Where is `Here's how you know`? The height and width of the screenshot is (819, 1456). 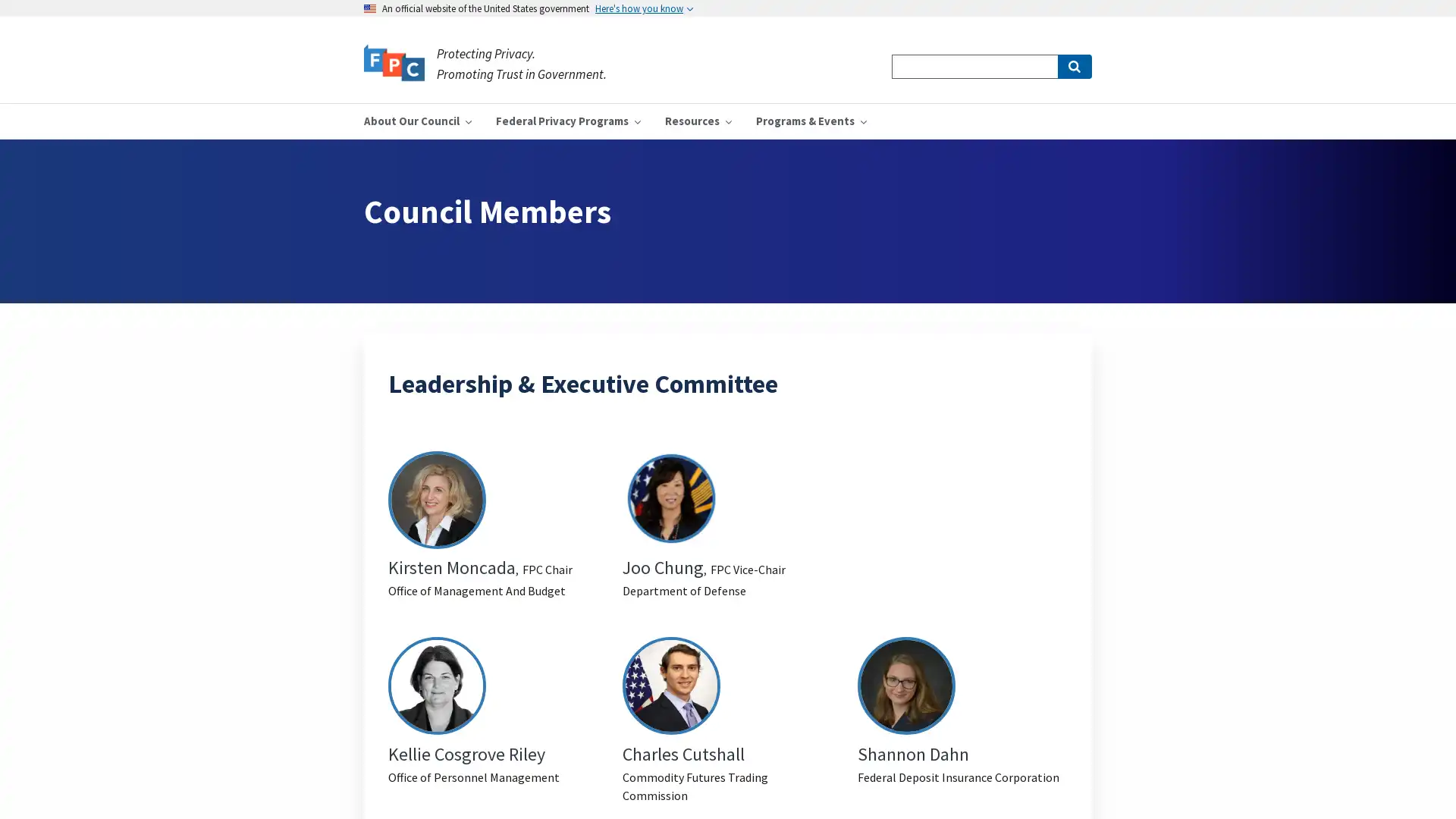 Here's how you know is located at coordinates (644, 8).